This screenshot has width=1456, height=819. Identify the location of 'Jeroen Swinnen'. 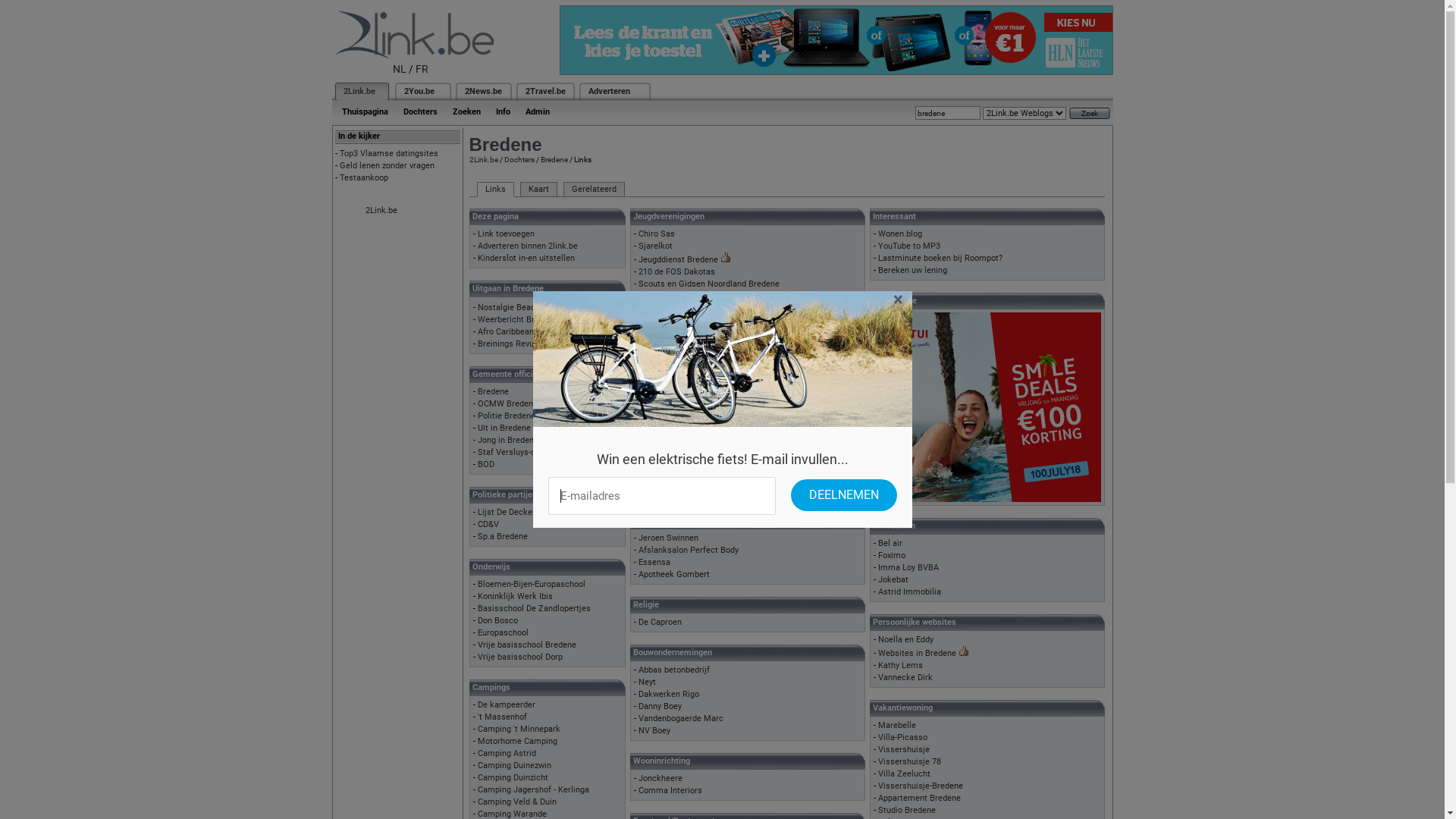
(638, 537).